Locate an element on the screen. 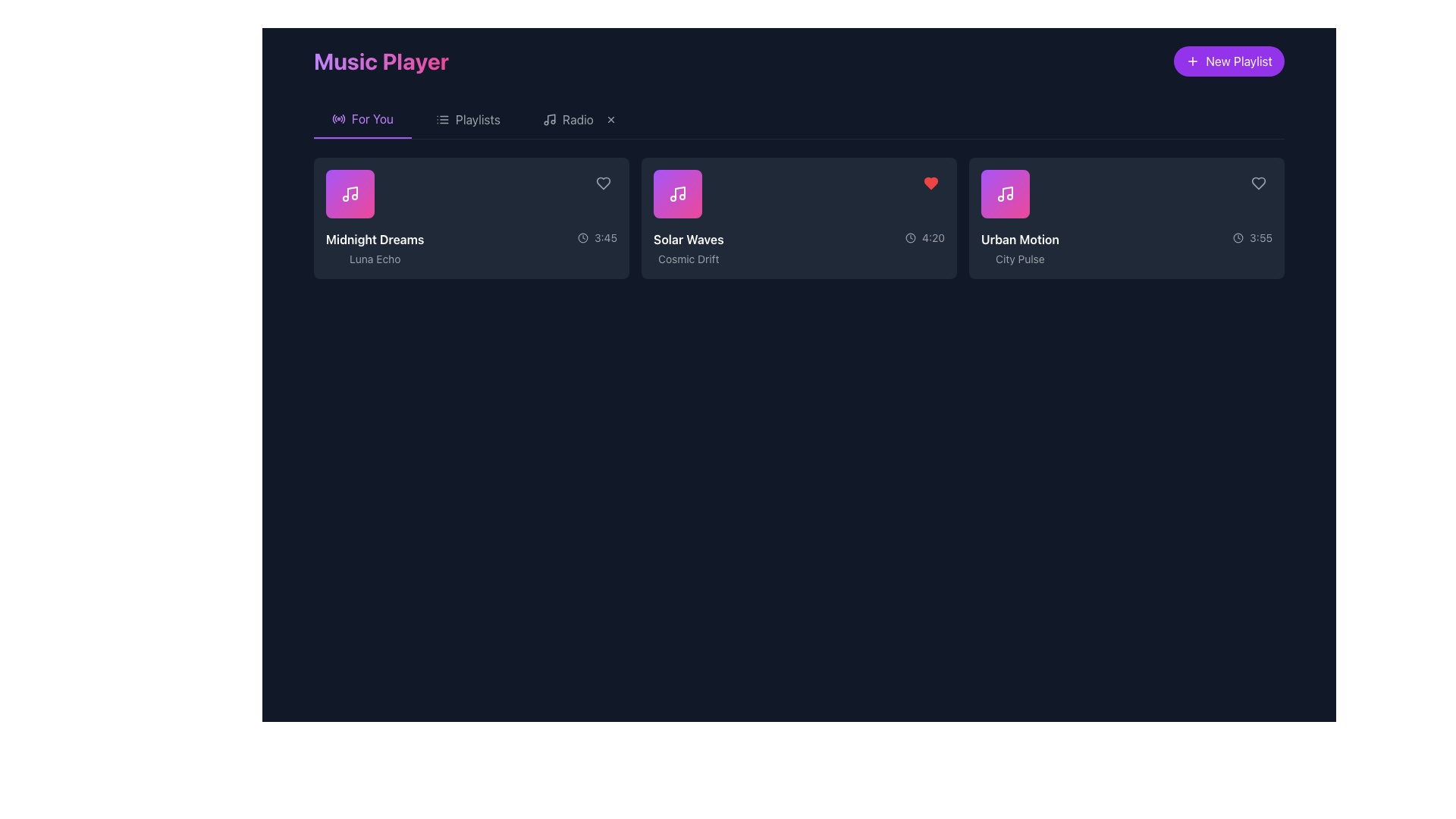 This screenshot has width=1456, height=819. the heart icon button located in the upper-right corner of the 'Midnight Dreams' track card to favorite the item is located at coordinates (603, 183).